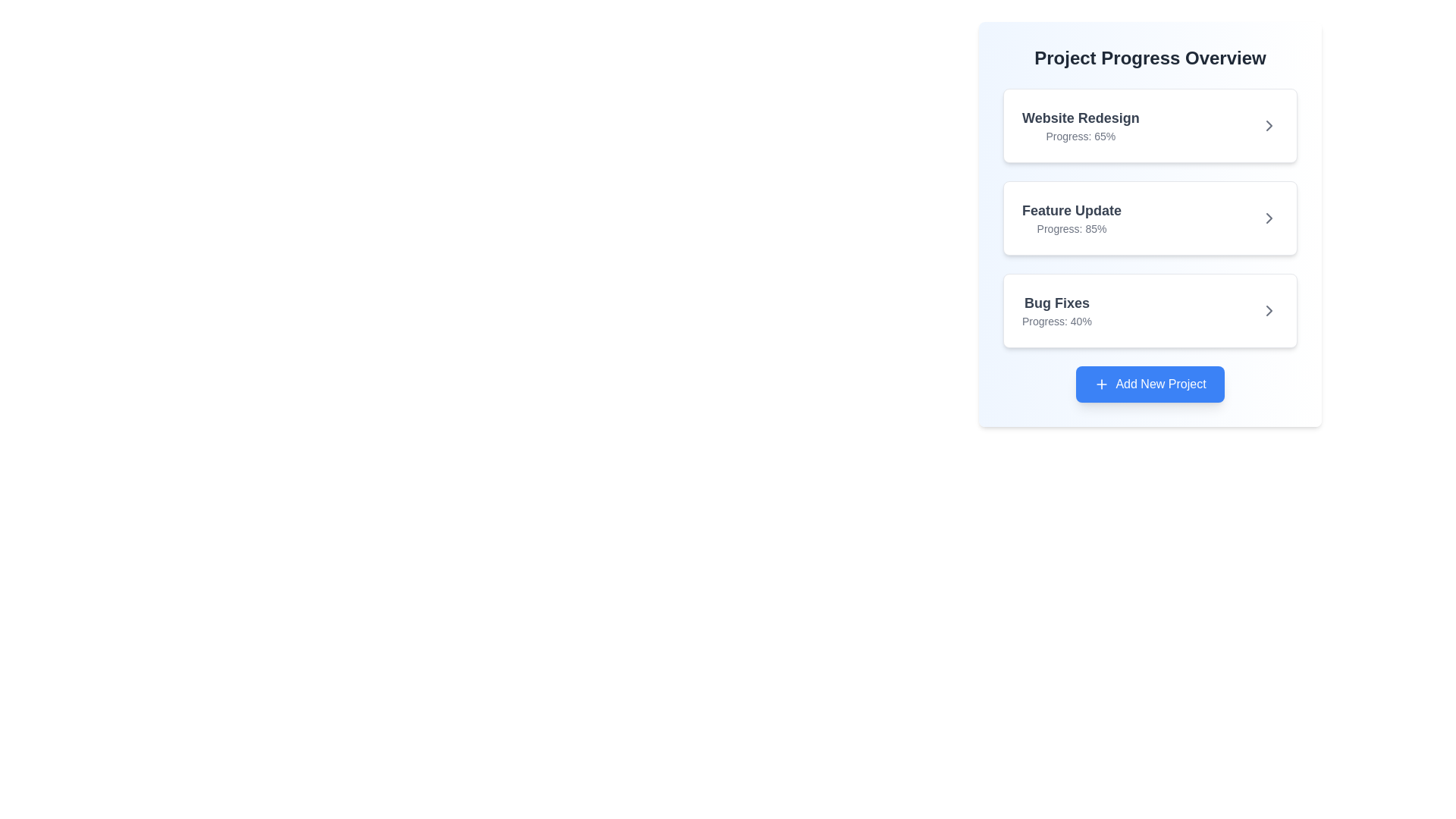 Image resolution: width=1456 pixels, height=819 pixels. Describe the element at coordinates (1071, 228) in the screenshot. I see `the text label displaying the progress percentage of the feature update, which is positioned below the 'Feature Update' heading` at that location.